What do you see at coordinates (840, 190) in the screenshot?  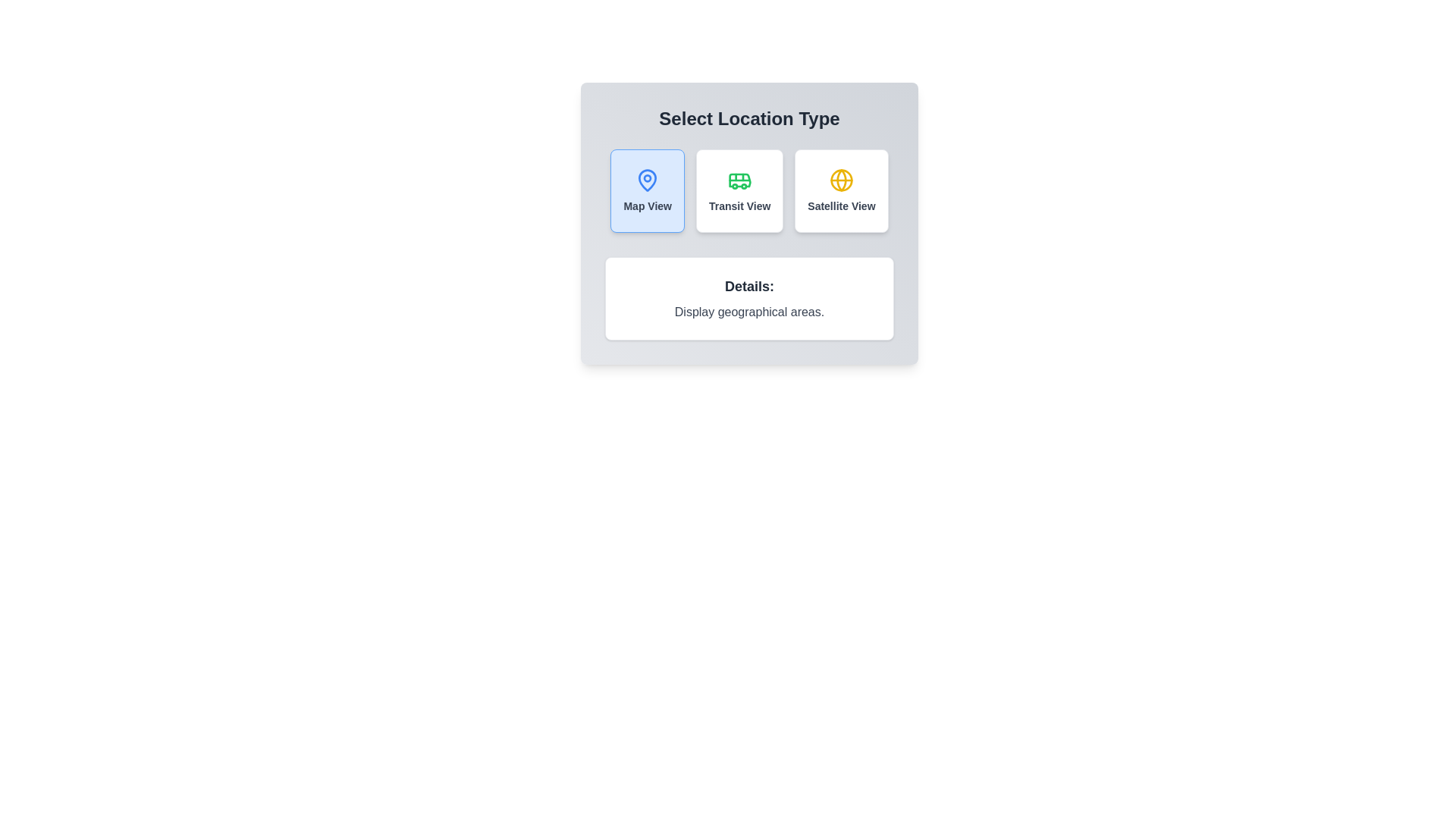 I see `the 'Satellite View' button, which is the third button from the left in the horizontal arrangement of options for location type selection` at bounding box center [840, 190].